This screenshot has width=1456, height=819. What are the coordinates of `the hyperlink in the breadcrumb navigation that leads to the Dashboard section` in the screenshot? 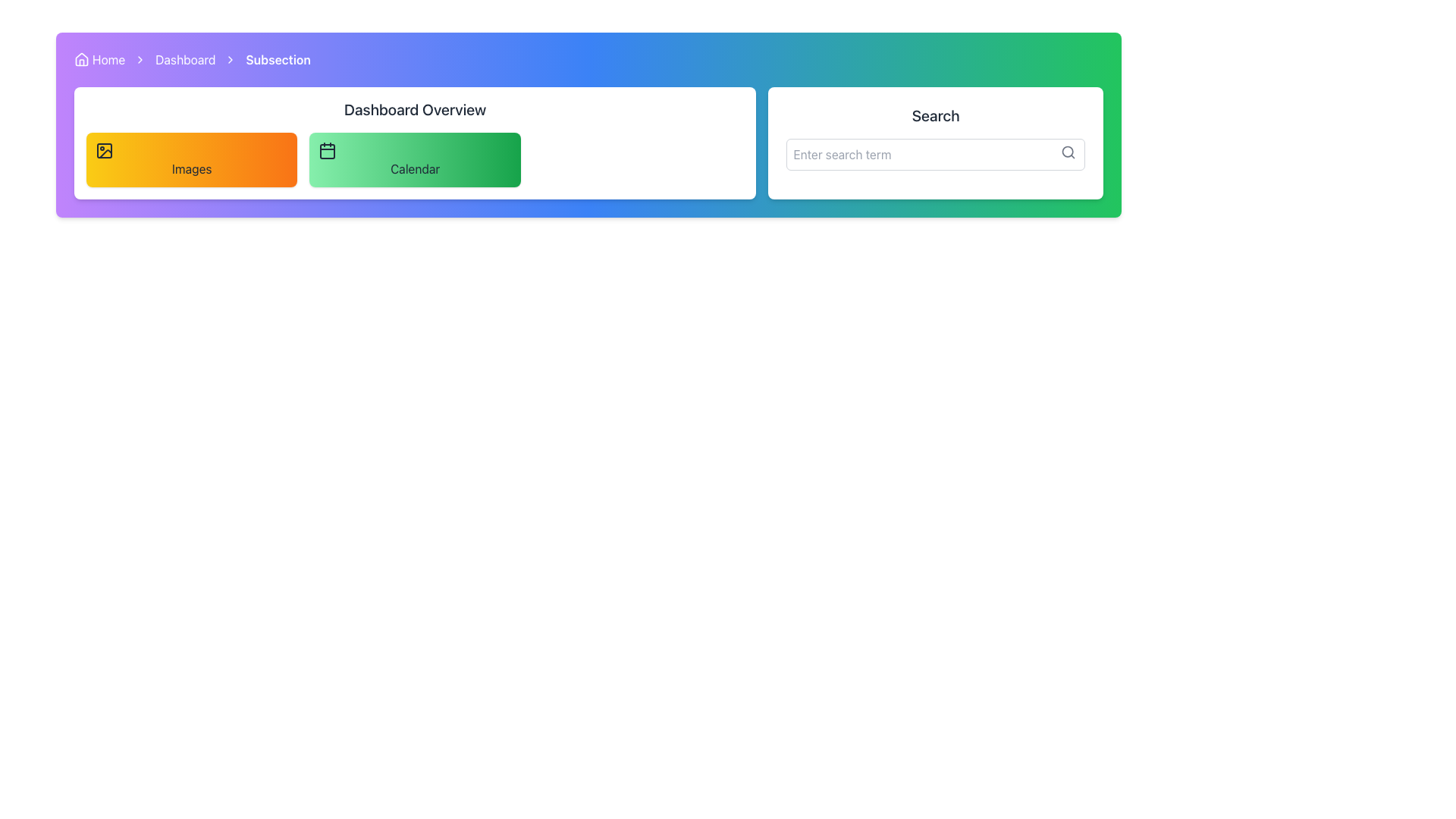 It's located at (184, 58).